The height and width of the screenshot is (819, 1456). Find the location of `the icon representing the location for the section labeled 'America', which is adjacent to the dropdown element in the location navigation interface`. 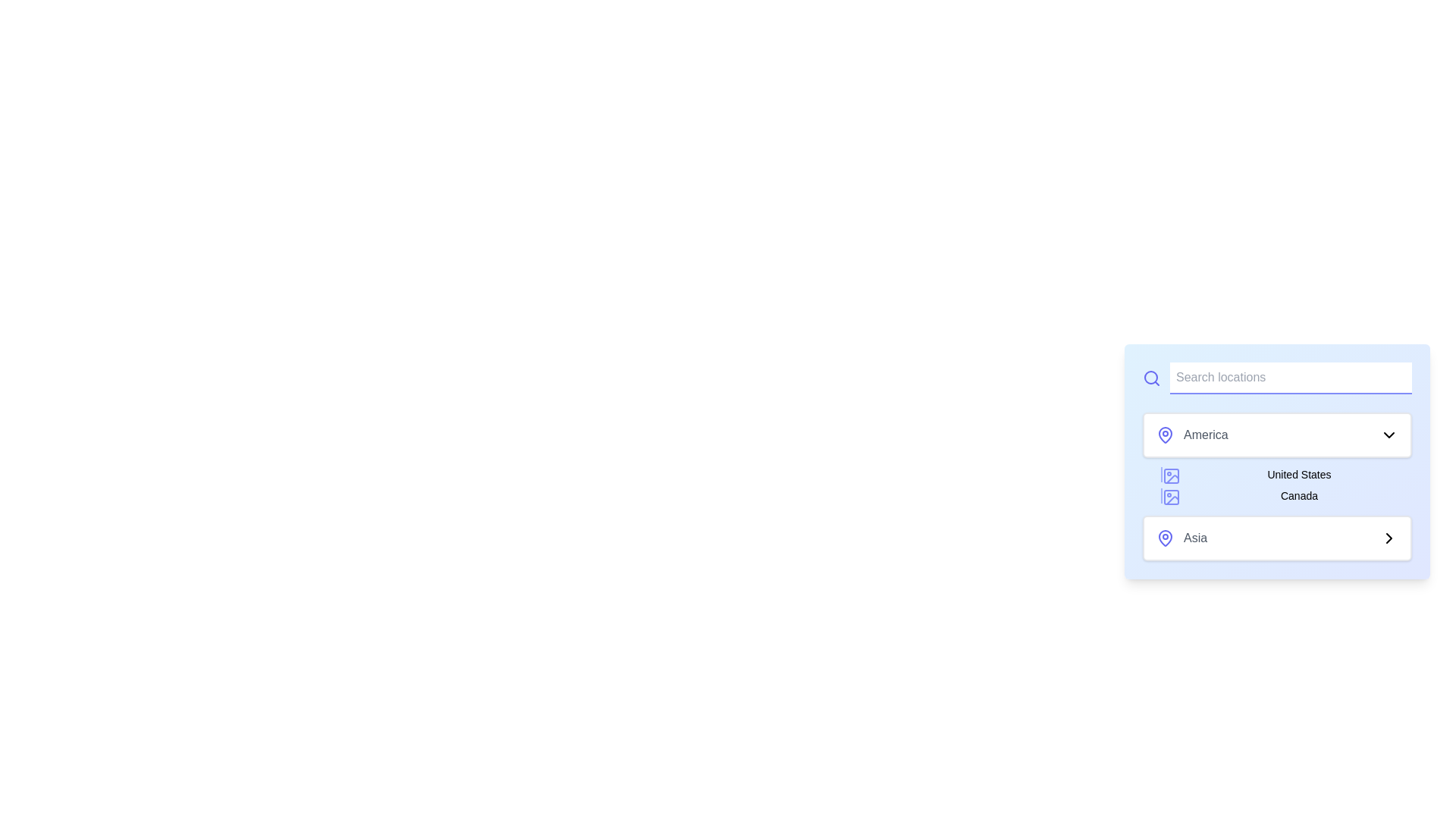

the icon representing the location for the section labeled 'America', which is adjacent to the dropdown element in the location navigation interface is located at coordinates (1164, 435).